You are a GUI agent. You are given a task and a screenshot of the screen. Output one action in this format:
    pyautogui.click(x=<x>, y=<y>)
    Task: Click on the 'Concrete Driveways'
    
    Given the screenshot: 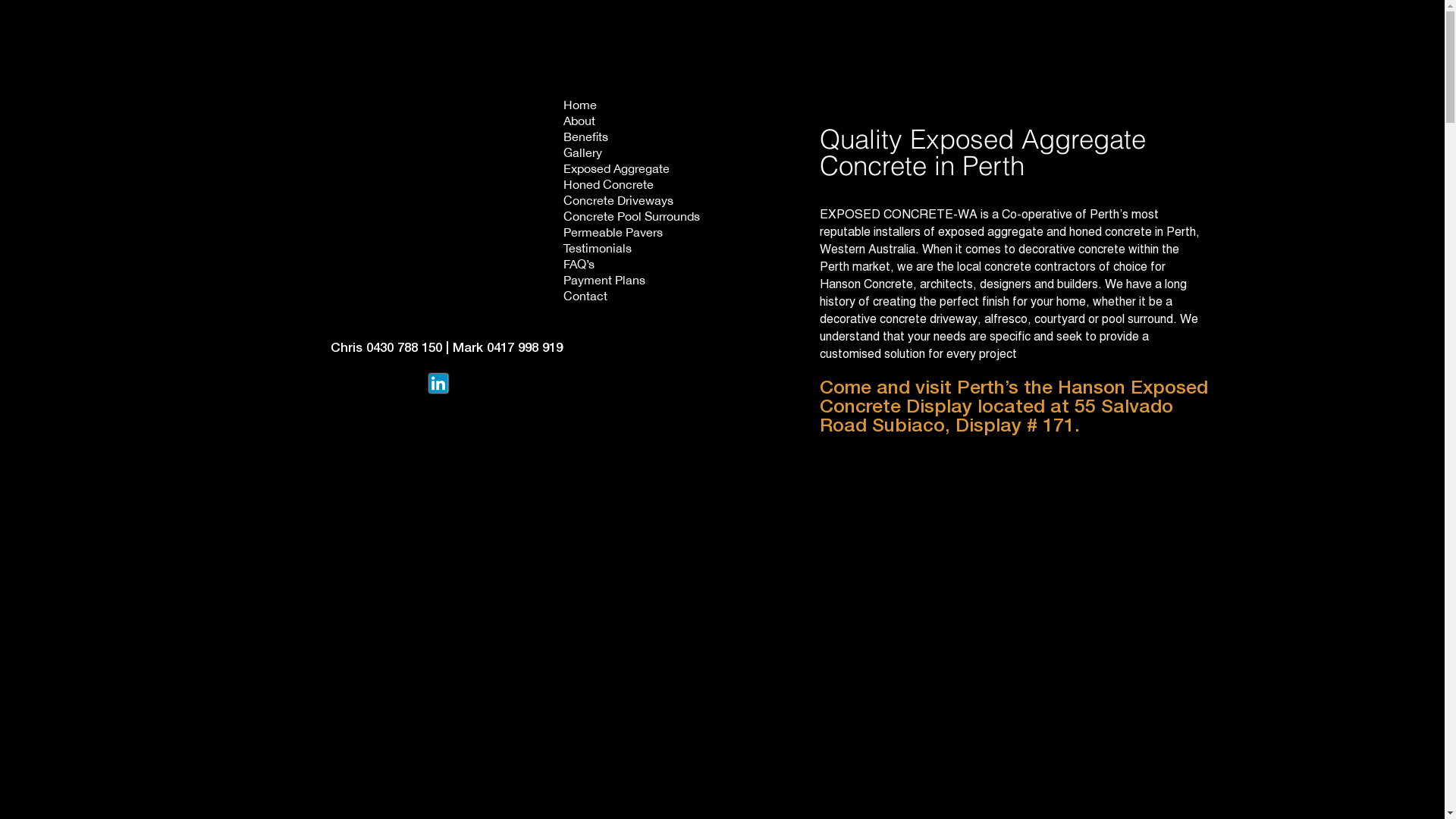 What is the action you would take?
    pyautogui.click(x=632, y=201)
    